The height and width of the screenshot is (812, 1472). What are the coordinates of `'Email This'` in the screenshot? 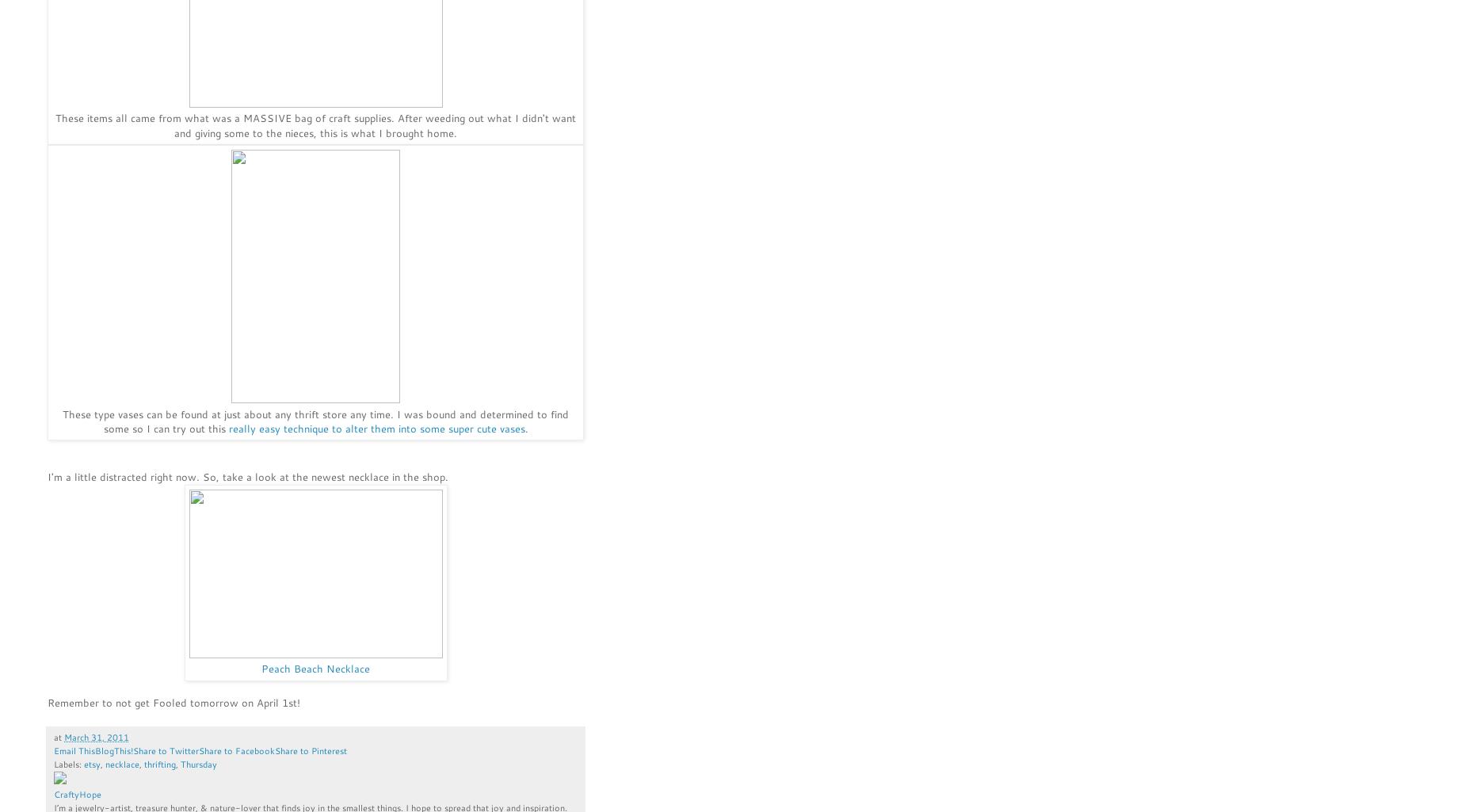 It's located at (74, 750).